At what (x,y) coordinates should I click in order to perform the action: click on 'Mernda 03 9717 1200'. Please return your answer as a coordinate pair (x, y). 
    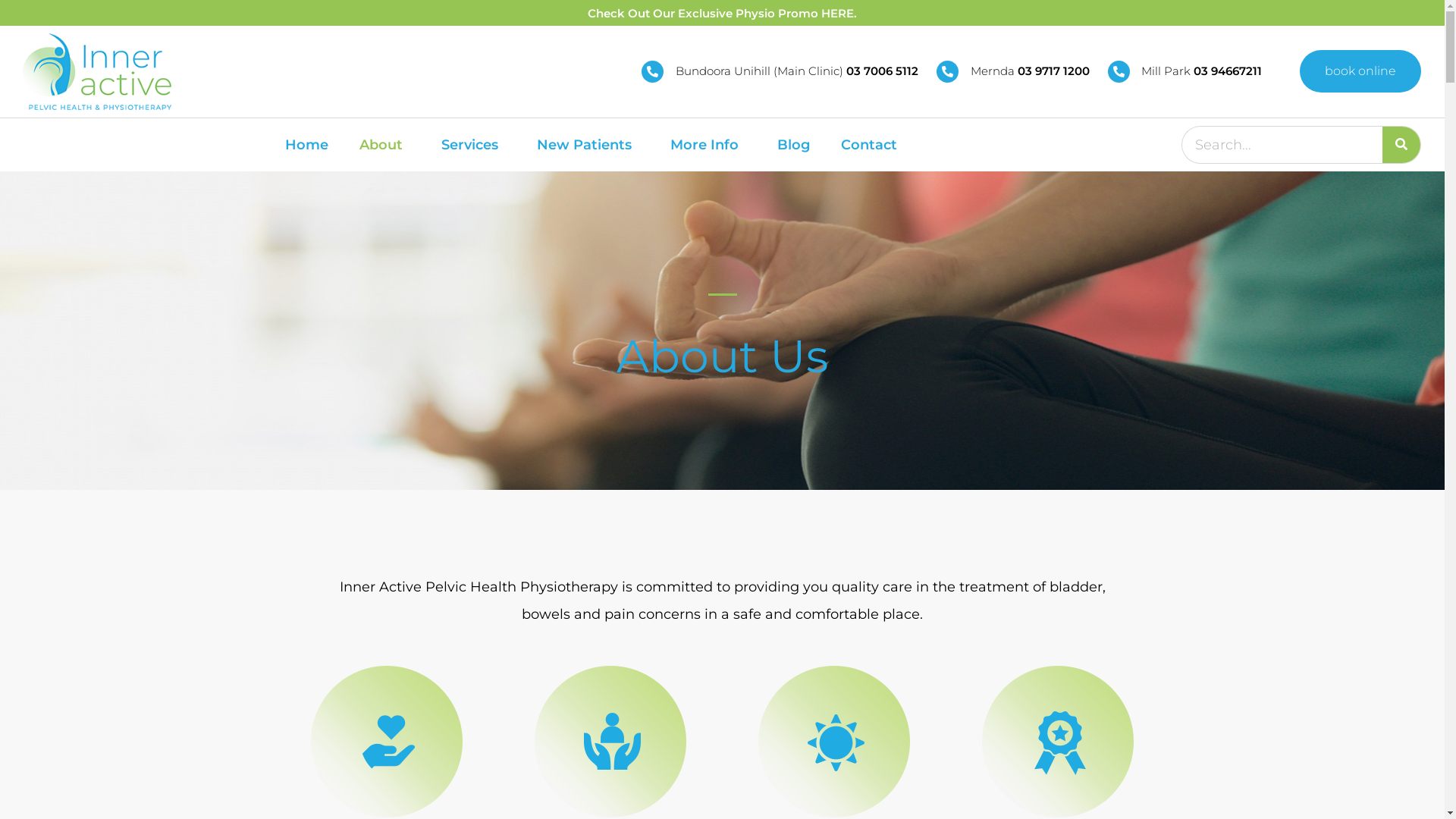
    Looking at the image, I should click on (935, 71).